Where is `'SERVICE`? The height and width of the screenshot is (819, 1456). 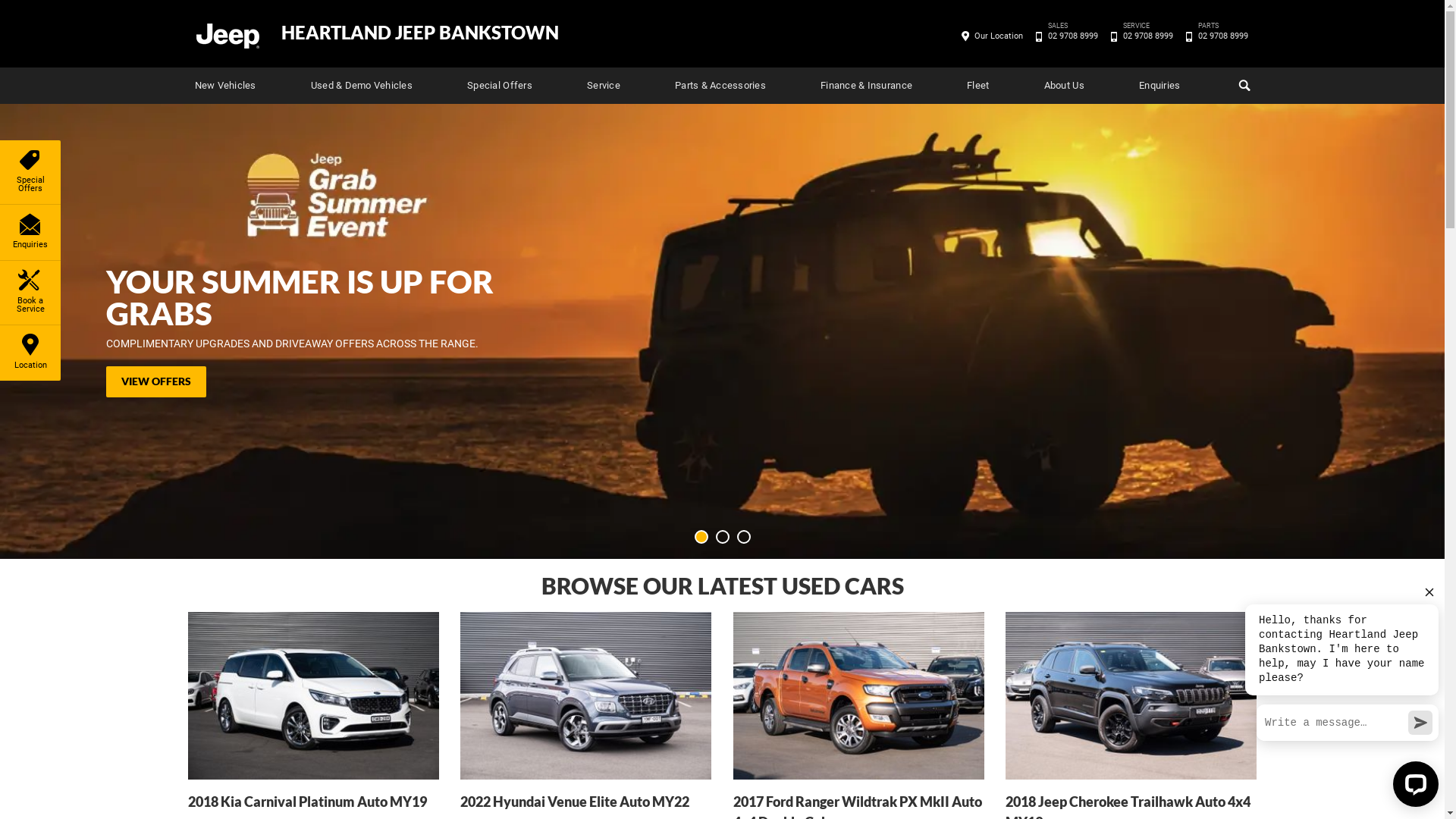 'SERVICE is located at coordinates (1147, 35).